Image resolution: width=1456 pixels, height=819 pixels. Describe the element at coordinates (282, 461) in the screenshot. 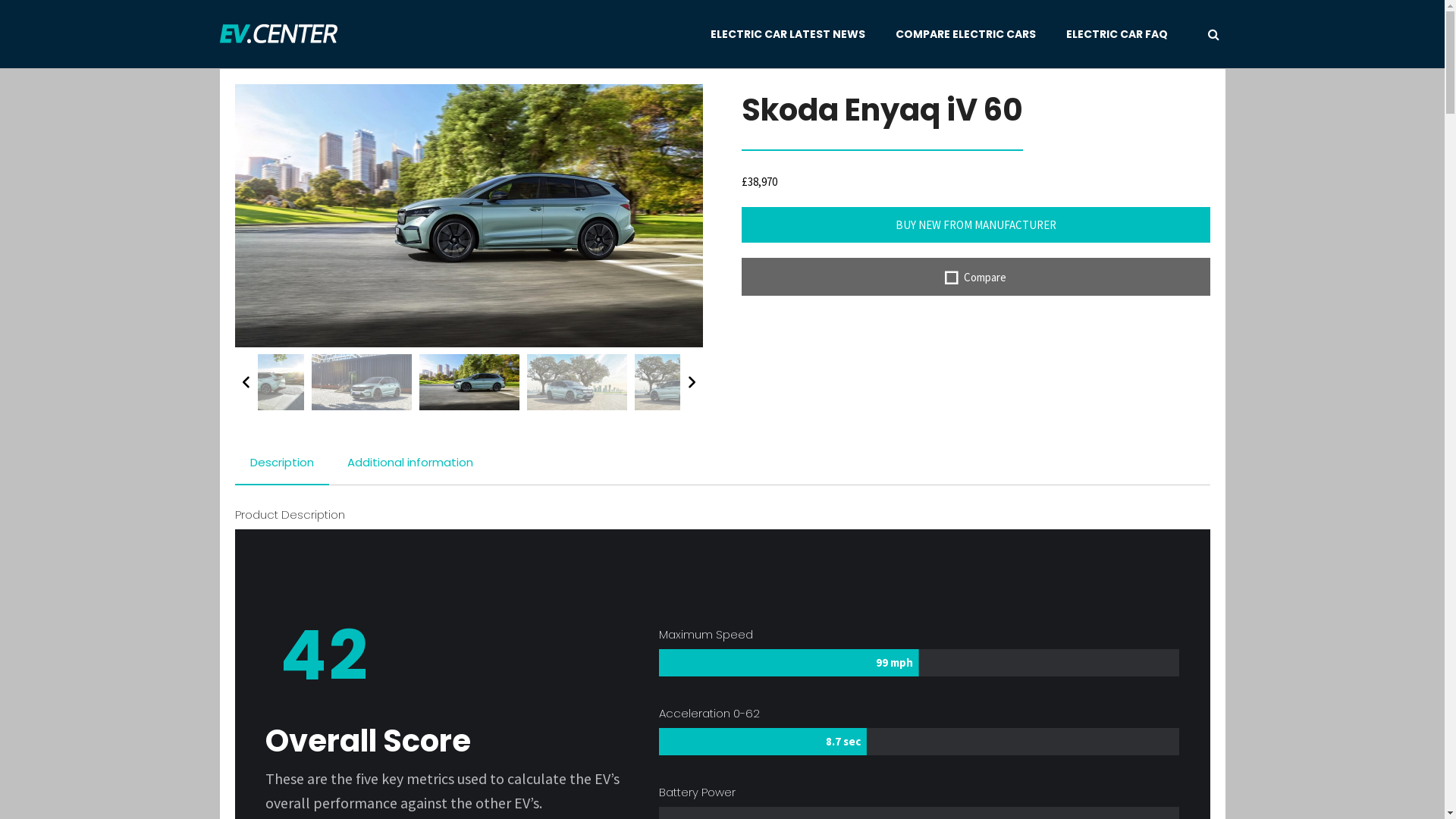

I see `'Description'` at that location.